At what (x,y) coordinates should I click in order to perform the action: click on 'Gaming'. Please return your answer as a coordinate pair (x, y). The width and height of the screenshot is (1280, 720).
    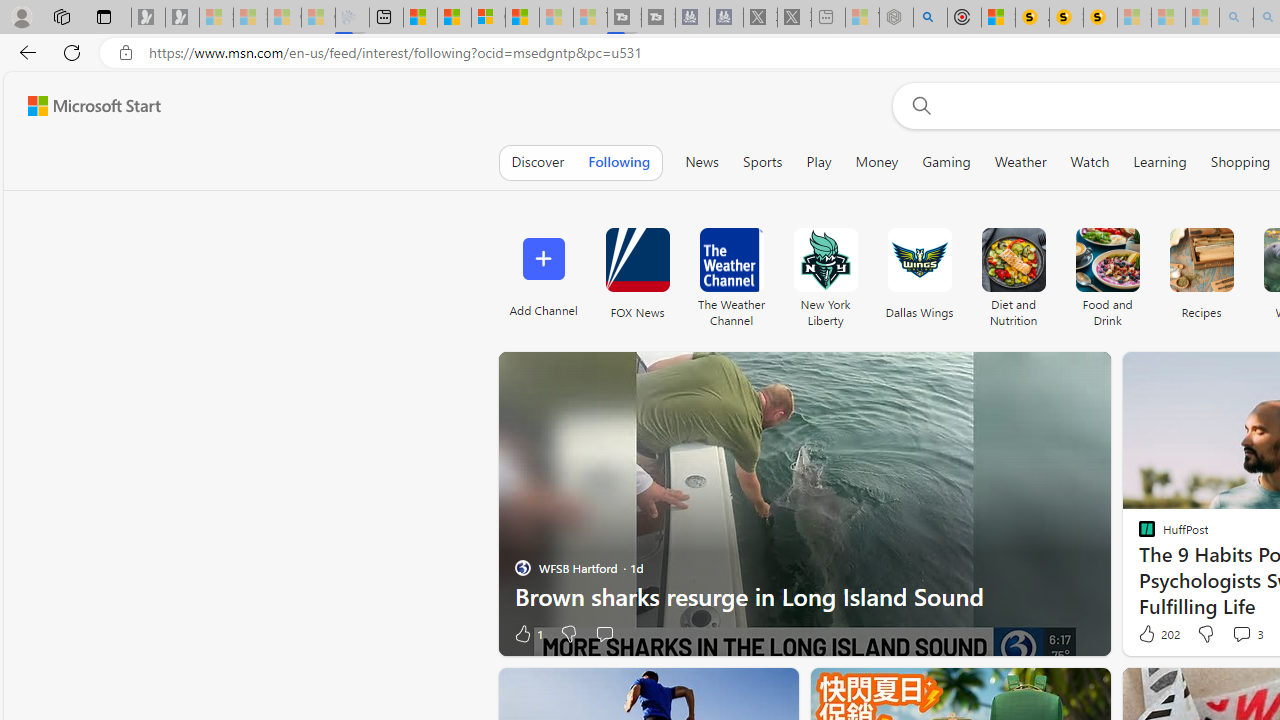
    Looking at the image, I should click on (945, 161).